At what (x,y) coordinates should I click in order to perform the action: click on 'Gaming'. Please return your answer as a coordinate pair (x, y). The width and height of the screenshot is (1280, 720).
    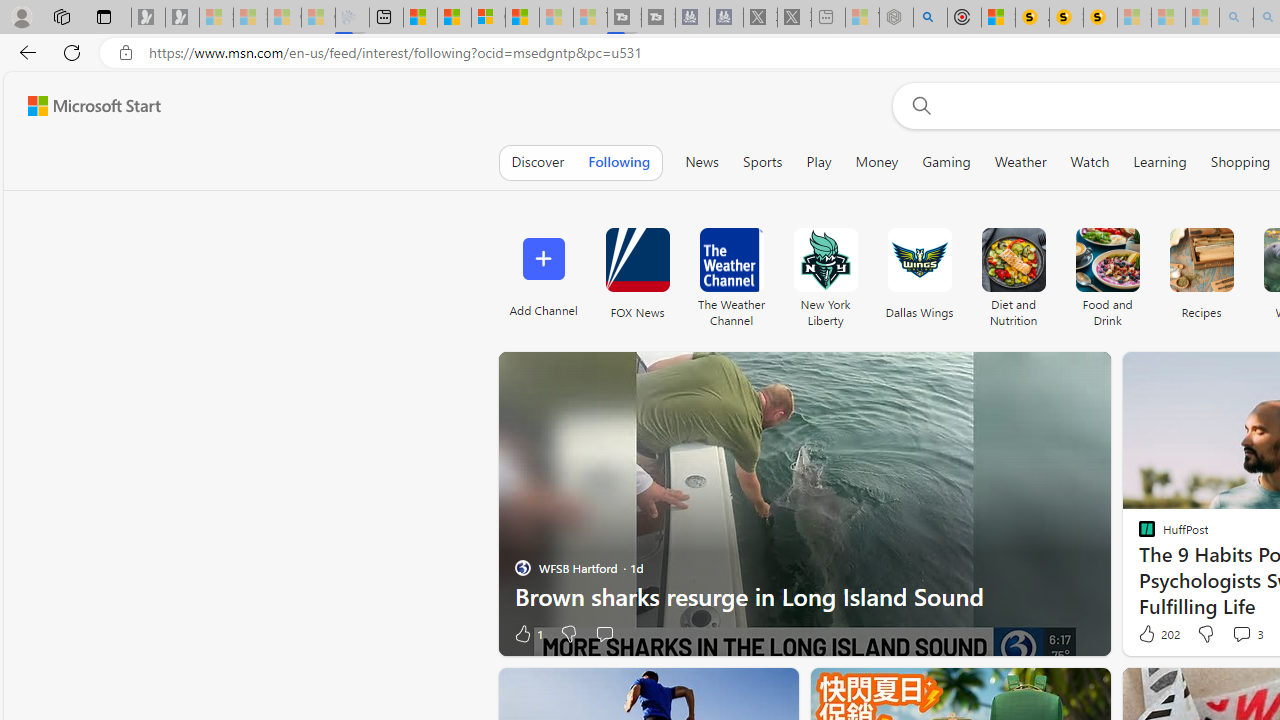
    Looking at the image, I should click on (945, 161).